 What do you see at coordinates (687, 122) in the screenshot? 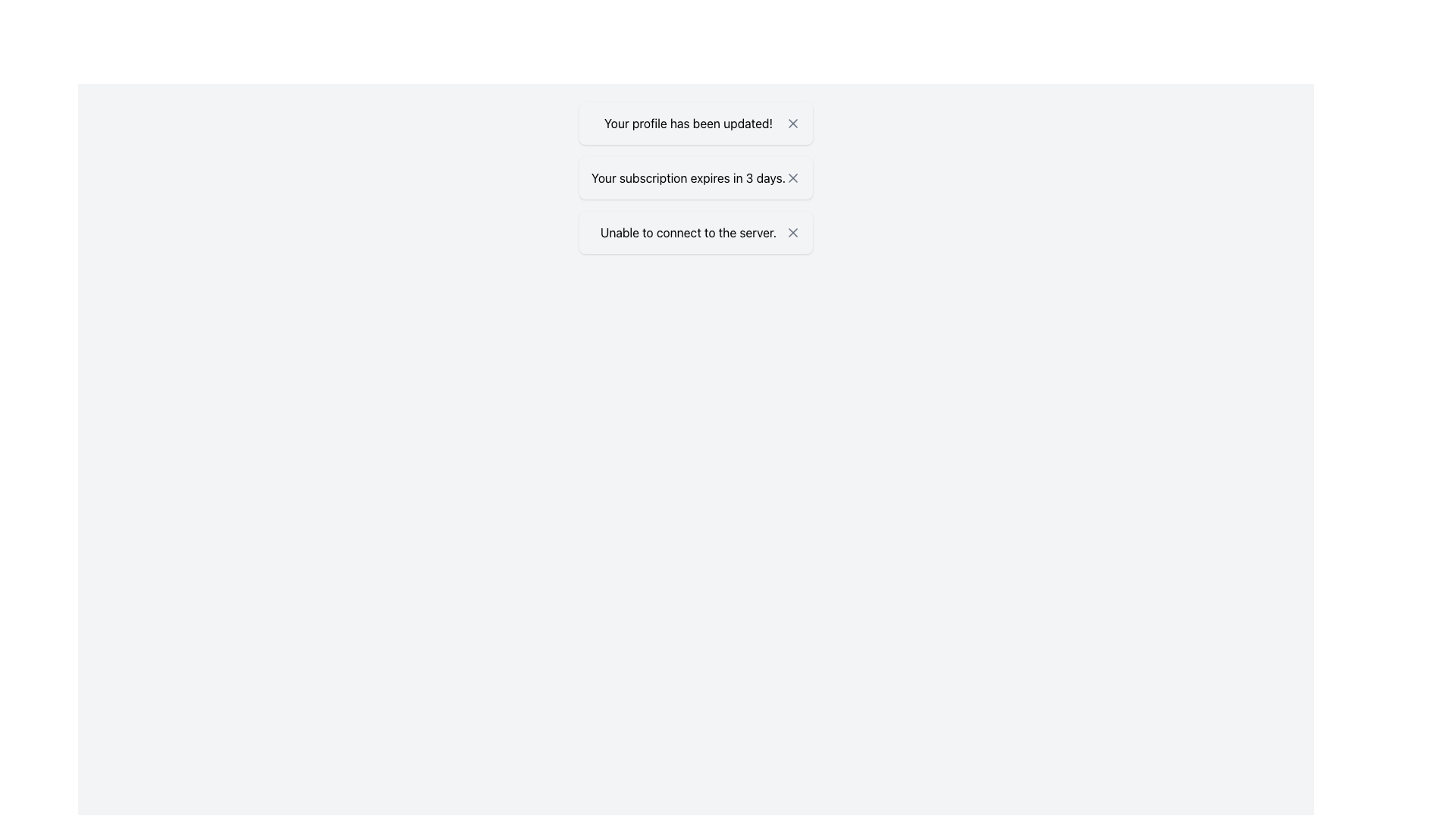
I see `the static text element displaying the message 'Your profile has been updated!' which is located in a green-themed notification box at the top of the list` at bounding box center [687, 122].